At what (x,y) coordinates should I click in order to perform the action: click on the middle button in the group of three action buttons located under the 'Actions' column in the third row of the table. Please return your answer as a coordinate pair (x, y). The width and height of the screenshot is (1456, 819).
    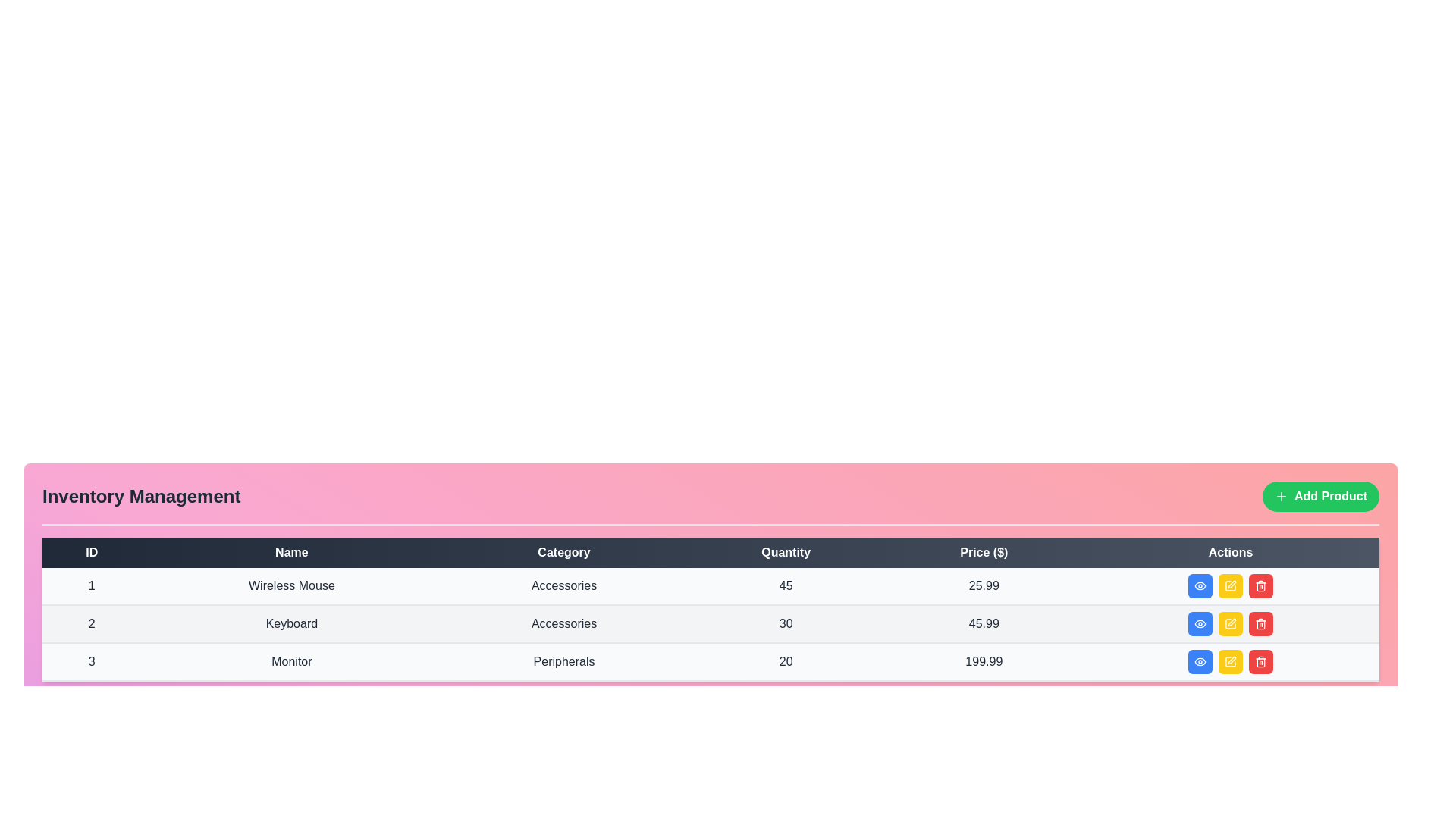
    Looking at the image, I should click on (1231, 661).